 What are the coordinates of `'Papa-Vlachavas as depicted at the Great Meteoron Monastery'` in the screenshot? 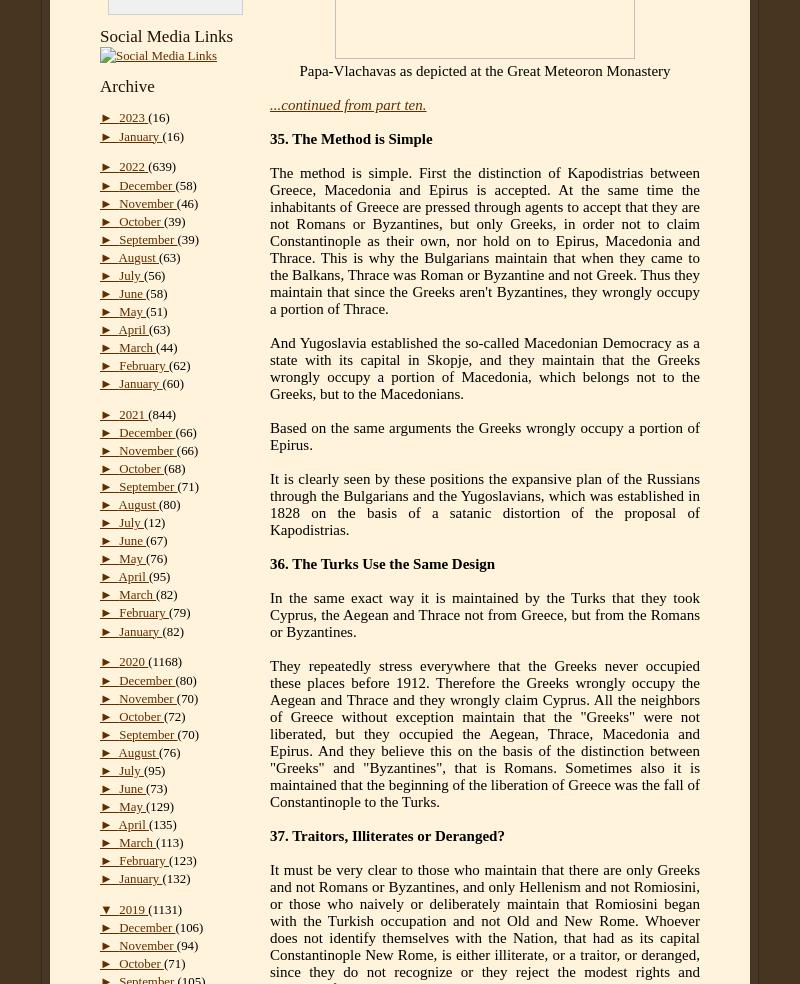 It's located at (299, 70).